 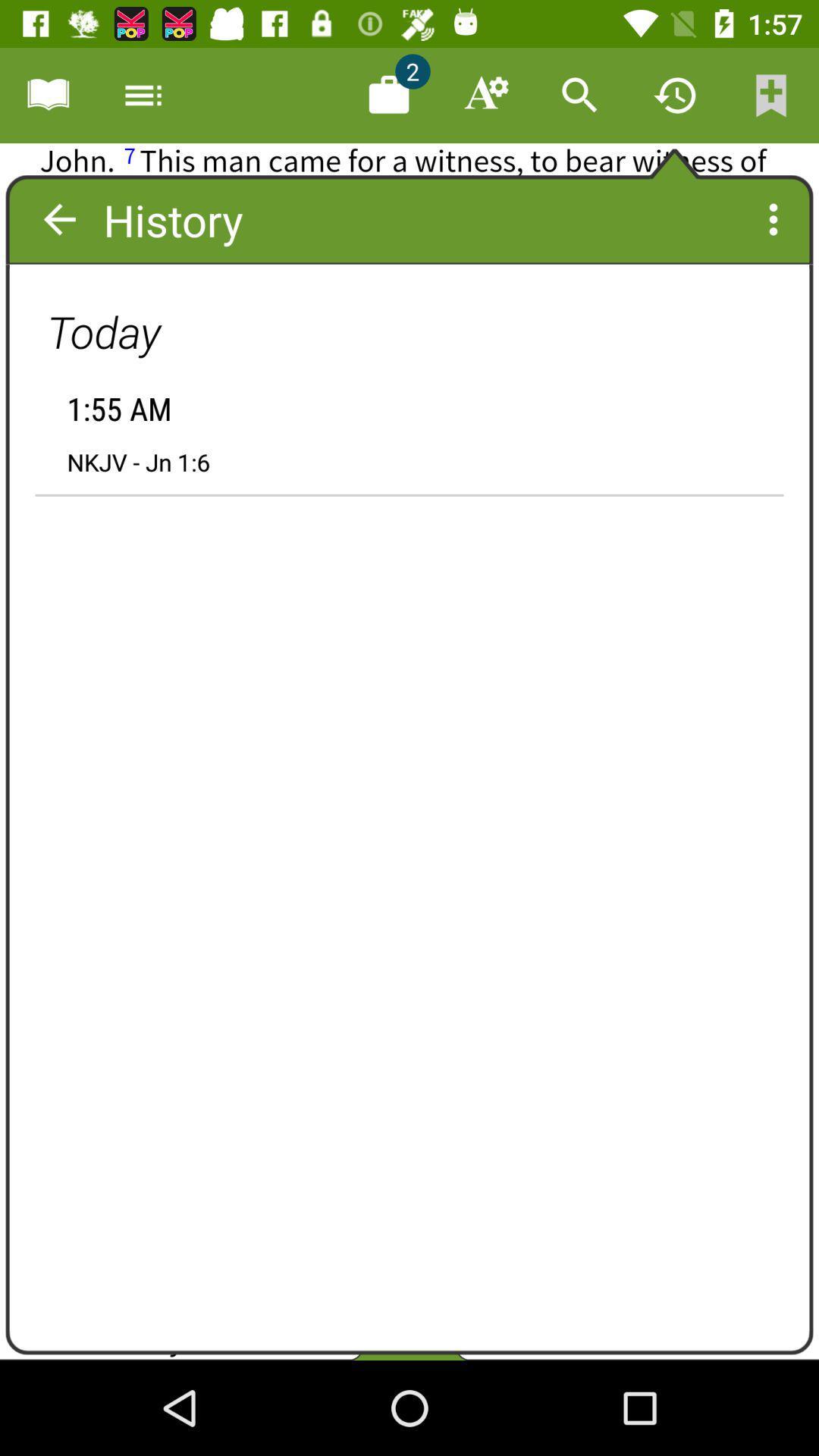 I want to click on the icon on right side of numeric 2, so click(x=485, y=94).